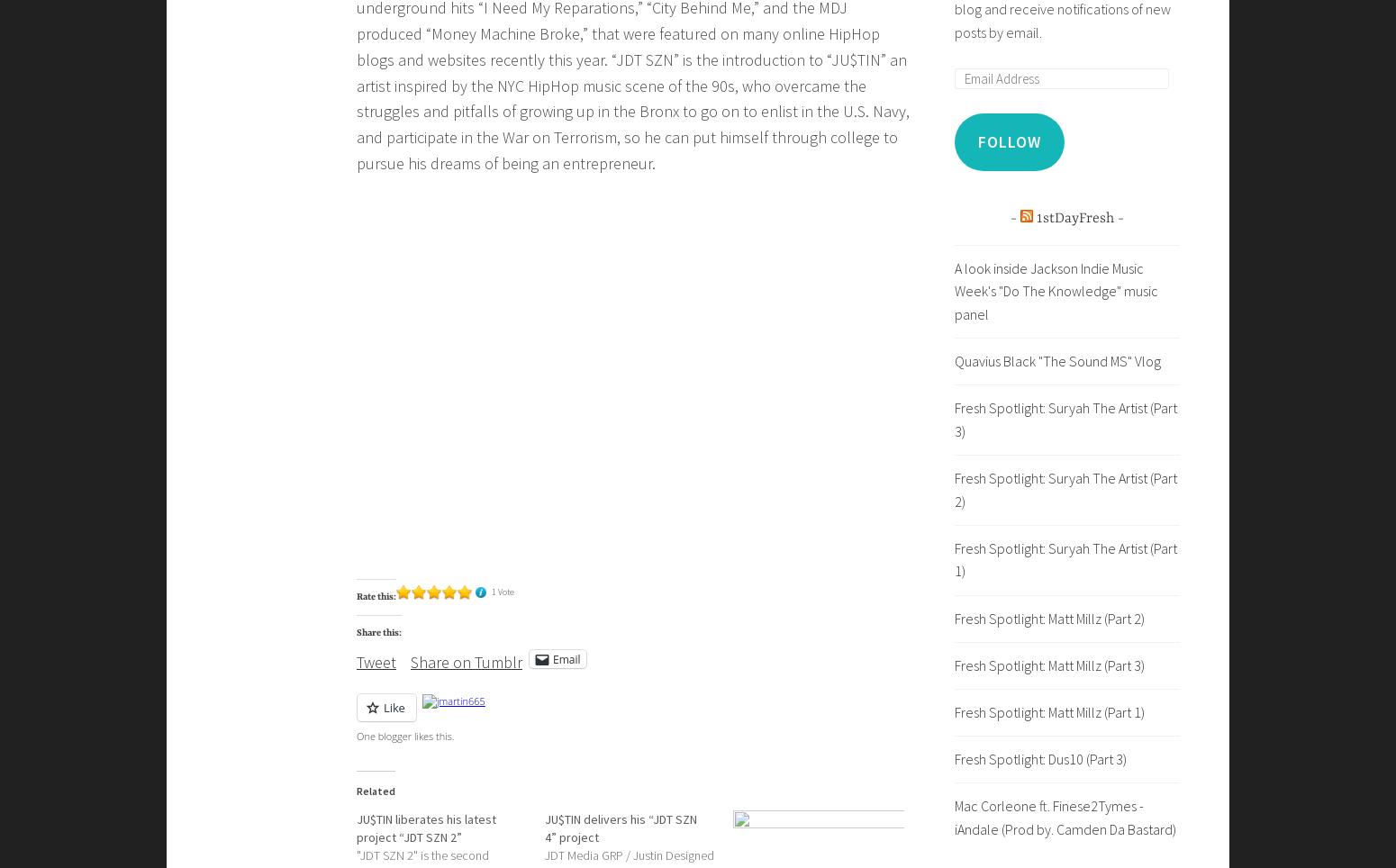 The width and height of the screenshot is (1396, 868). I want to click on 'Fresh Spotlight: Suryah The Artist (Part 3)', so click(1065, 419).